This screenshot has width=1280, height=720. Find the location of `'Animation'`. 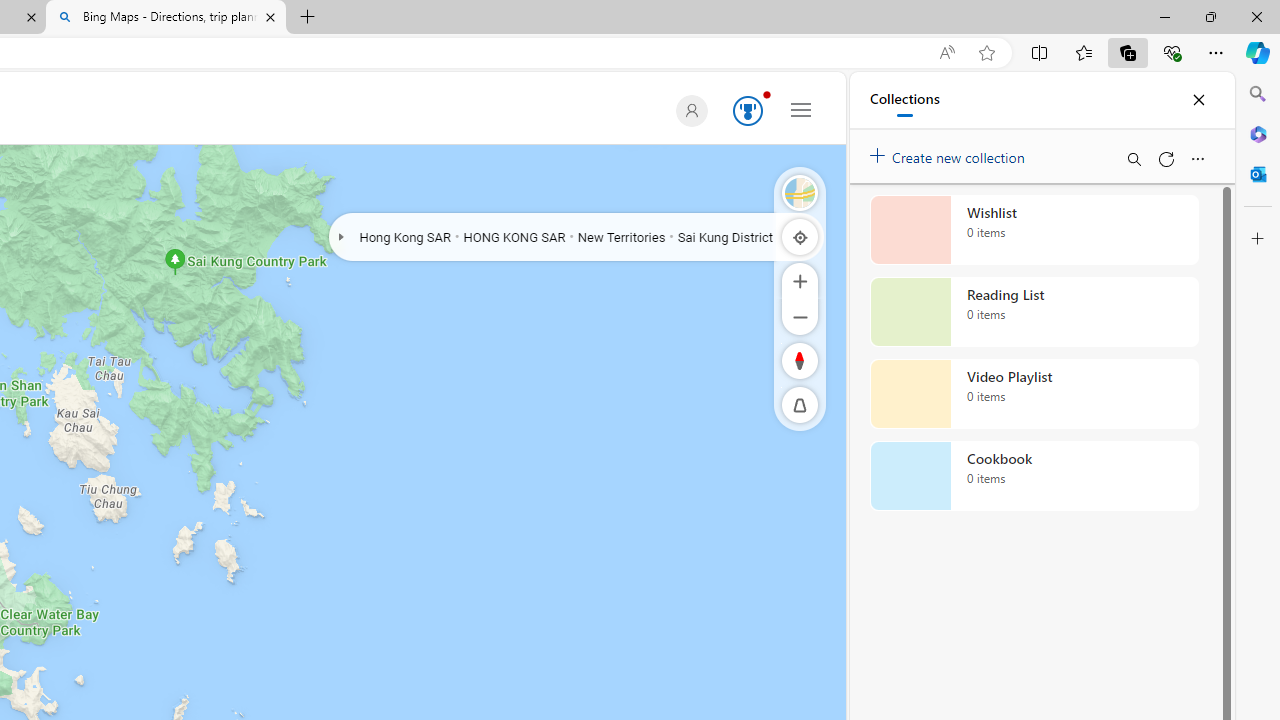

'Animation' is located at coordinates (765, 95).